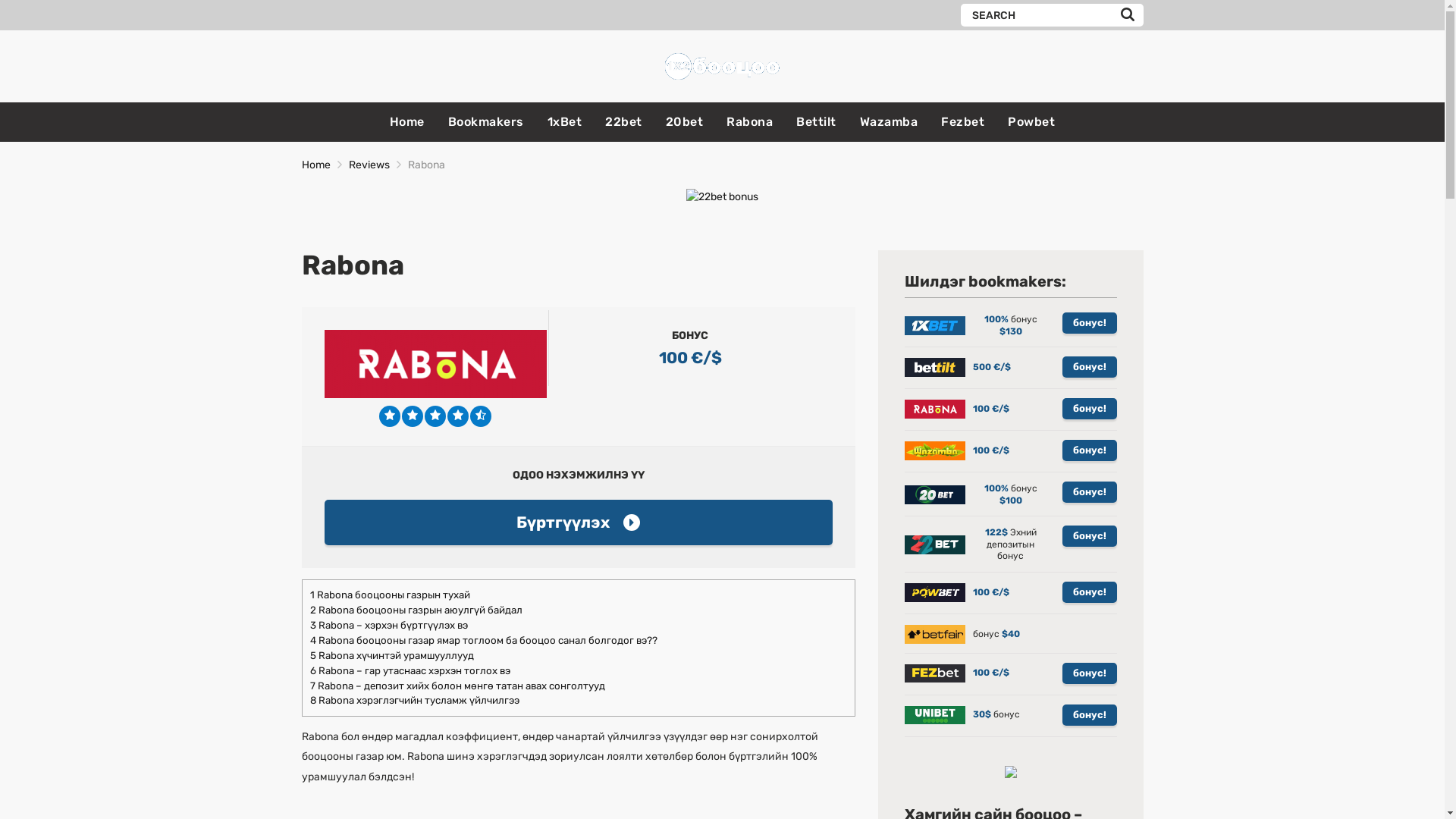 The width and height of the screenshot is (1456, 819). Describe the element at coordinates (302, 165) in the screenshot. I see `'Home'` at that location.